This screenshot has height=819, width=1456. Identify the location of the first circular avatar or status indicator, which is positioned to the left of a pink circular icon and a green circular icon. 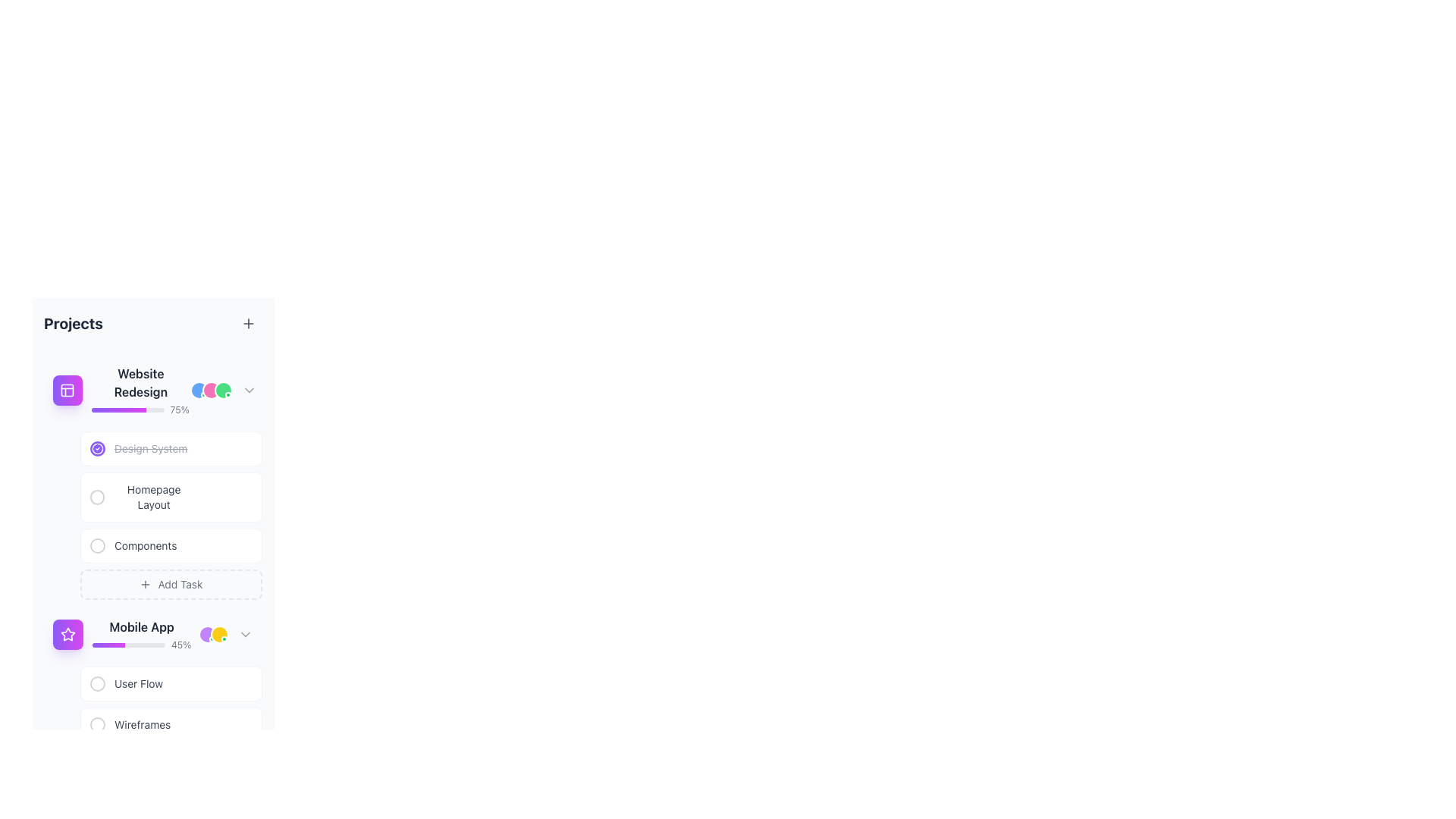
(199, 390).